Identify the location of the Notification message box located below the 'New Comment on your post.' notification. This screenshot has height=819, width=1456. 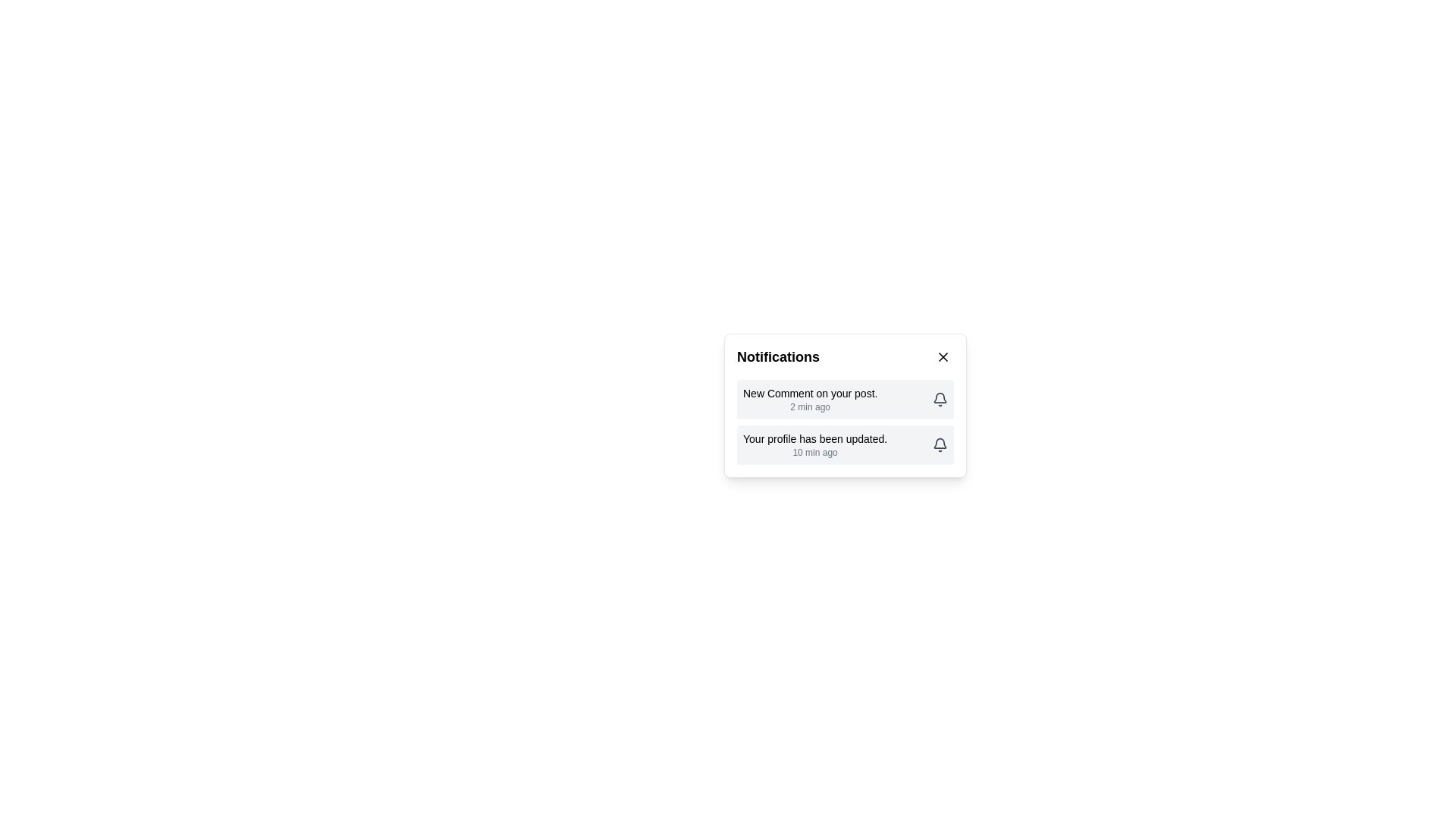
(844, 444).